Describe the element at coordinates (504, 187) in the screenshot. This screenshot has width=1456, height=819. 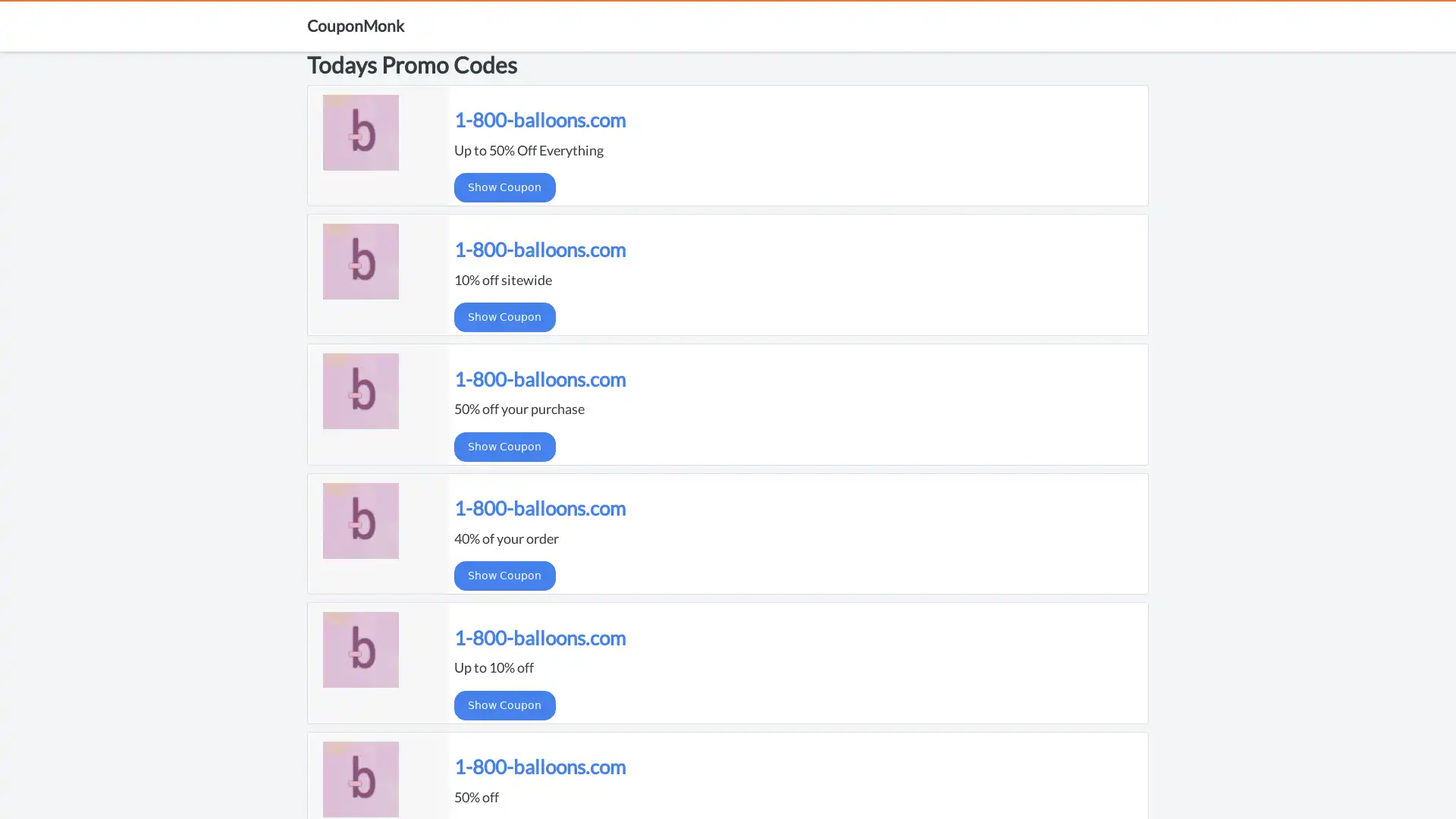
I see `Show Coupon` at that location.